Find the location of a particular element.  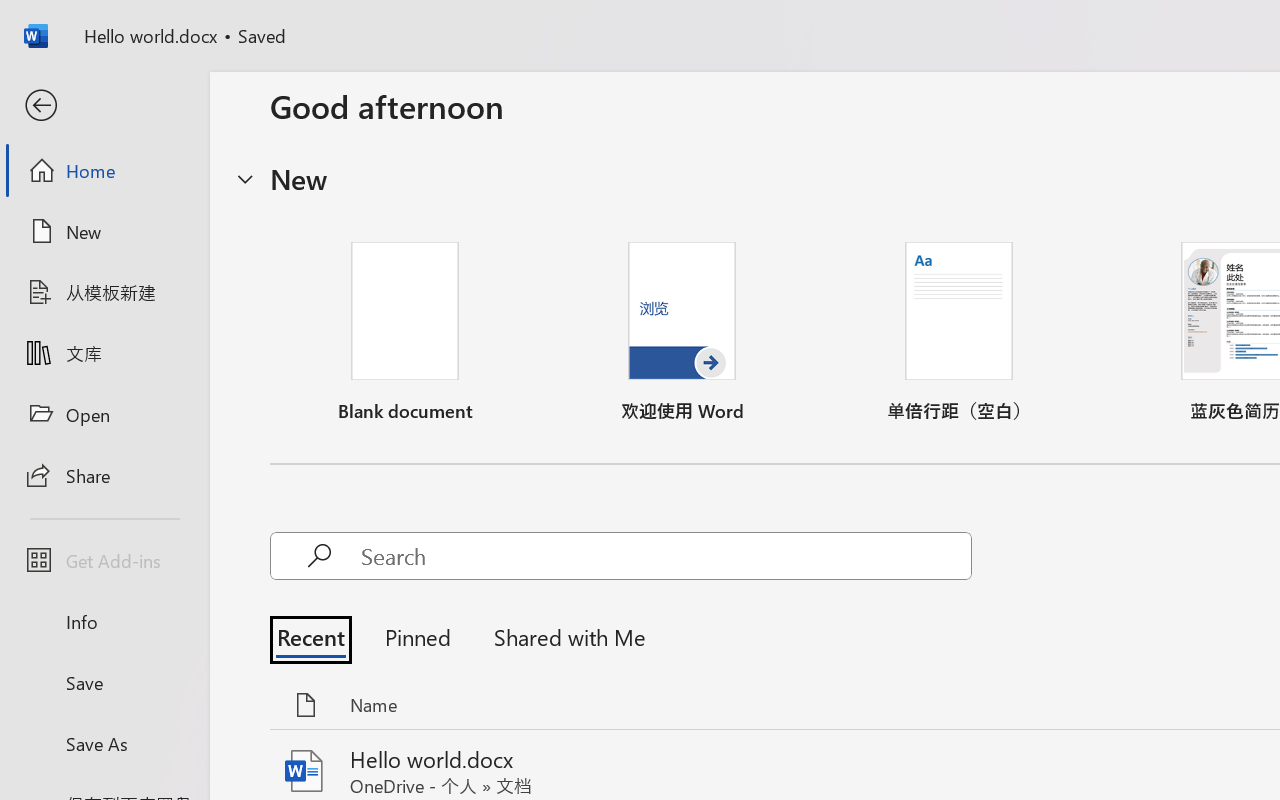

'Recent' is located at coordinates (315, 635).